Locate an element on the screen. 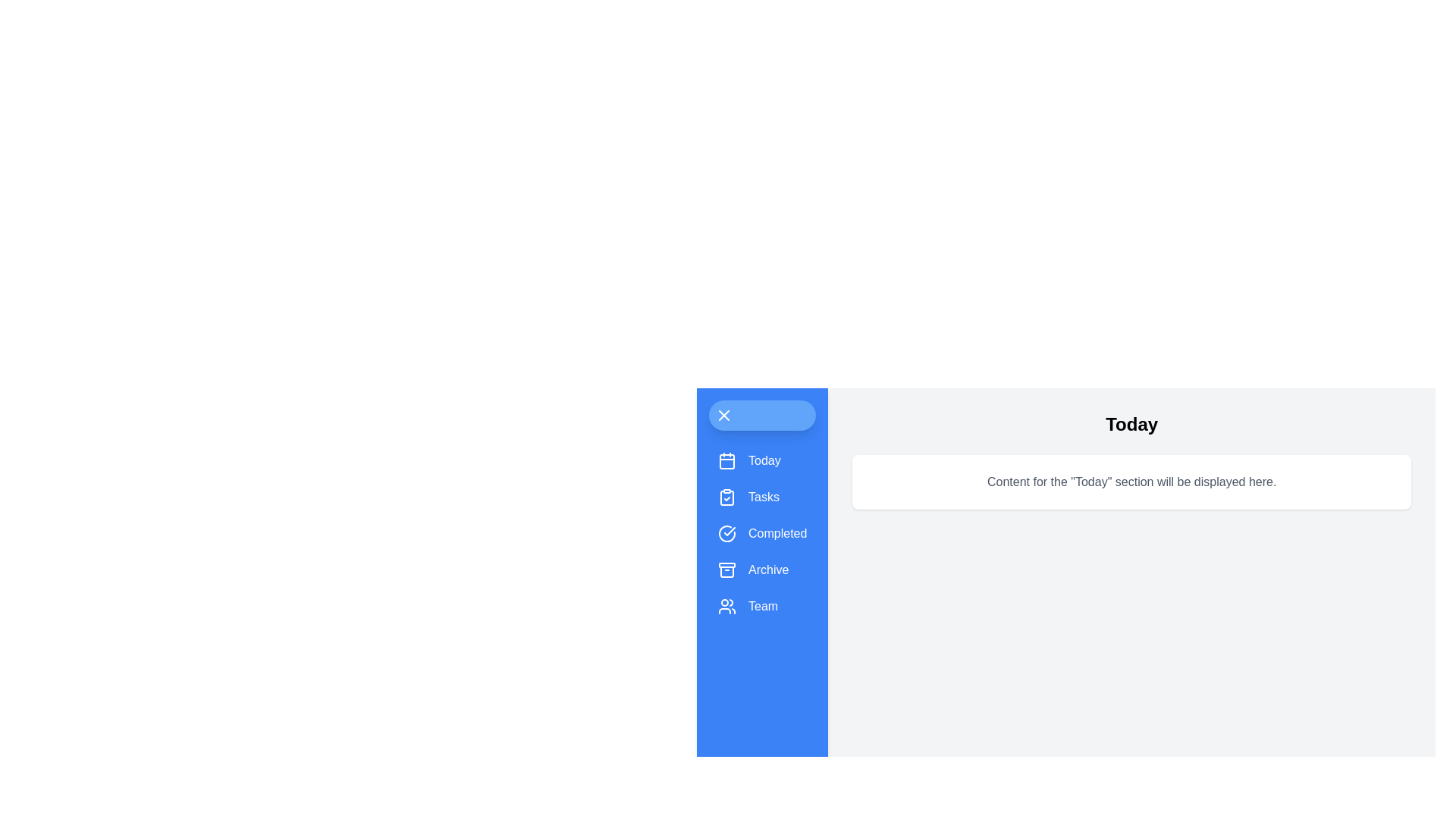 The width and height of the screenshot is (1456, 819). the tab labeled Archive from the side menu is located at coordinates (762, 570).